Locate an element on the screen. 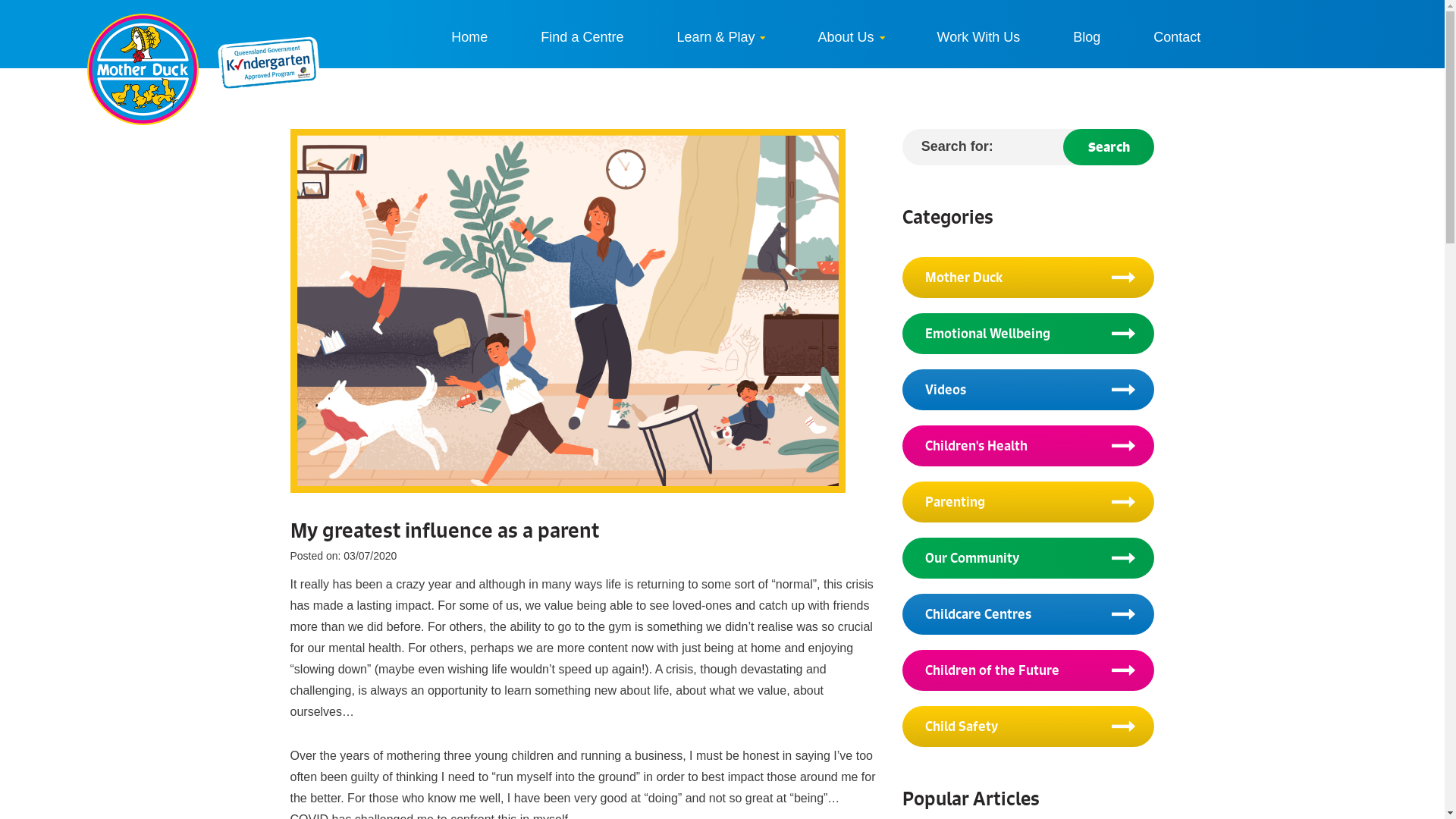 The height and width of the screenshot is (819, 1456). 'Parenting' is located at coordinates (1028, 502).